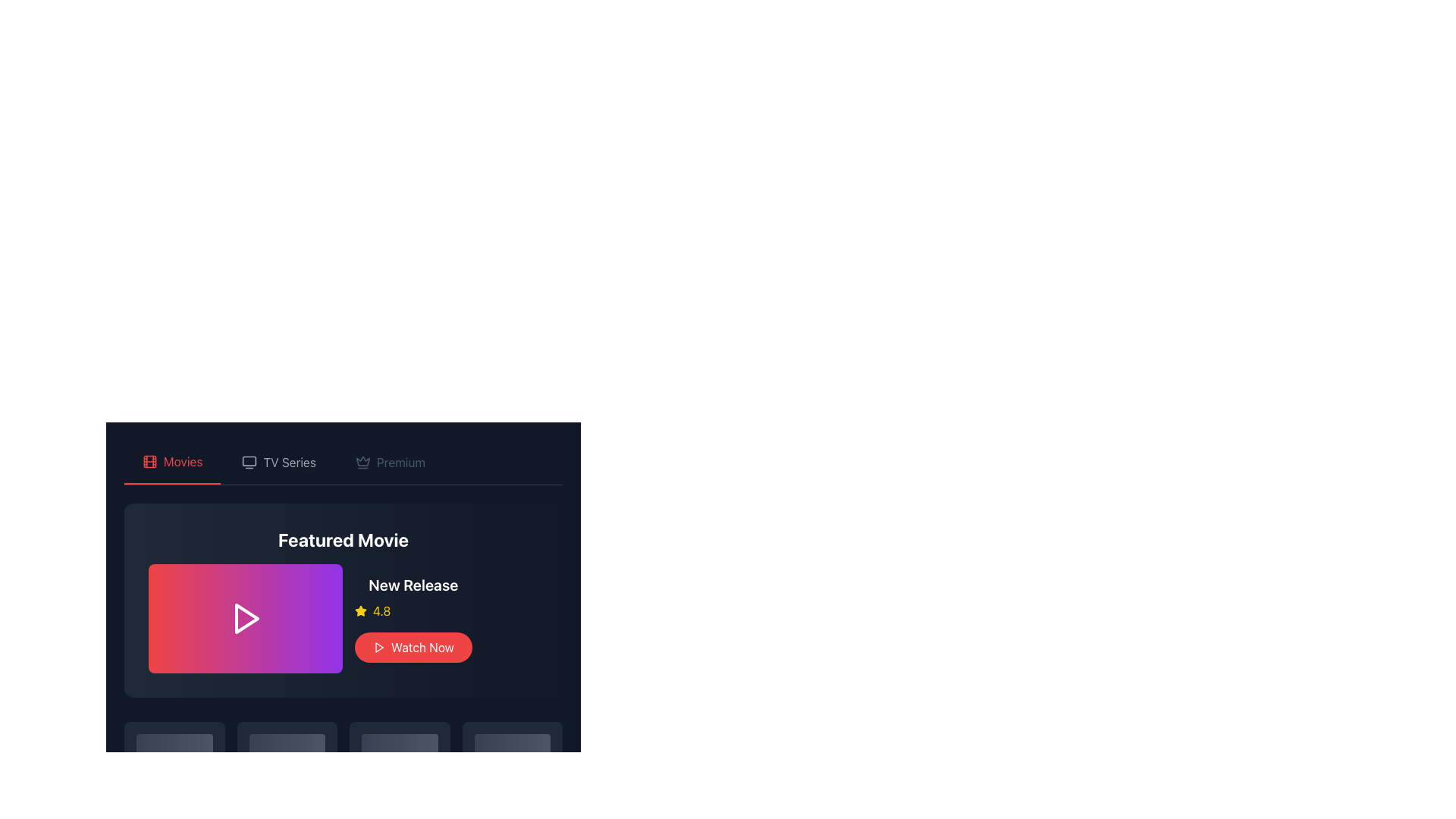  I want to click on the play button, so click(246, 619).